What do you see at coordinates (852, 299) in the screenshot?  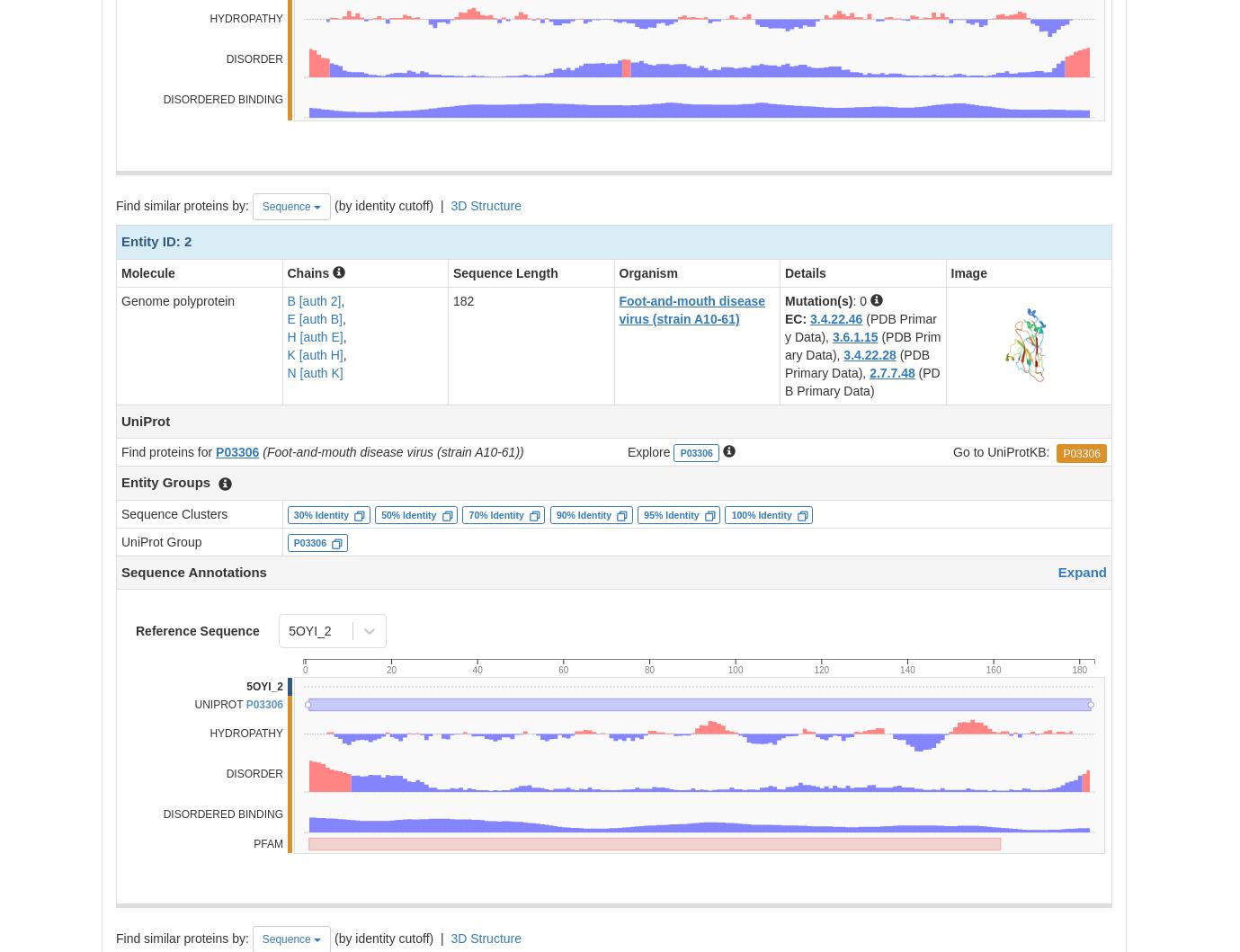 I see `': 0'` at bounding box center [852, 299].